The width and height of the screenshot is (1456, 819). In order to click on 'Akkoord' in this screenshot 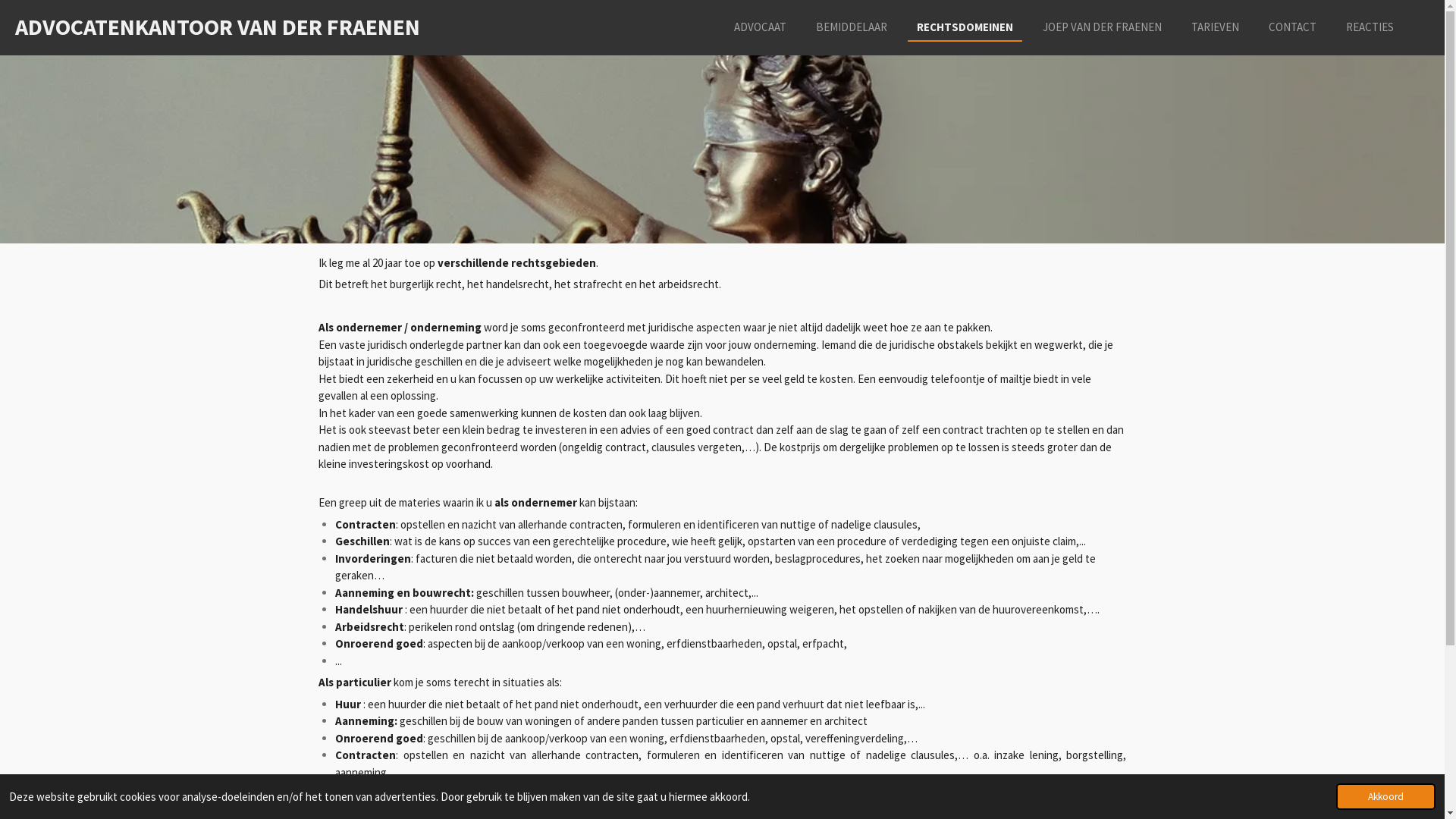, I will do `click(1385, 795)`.